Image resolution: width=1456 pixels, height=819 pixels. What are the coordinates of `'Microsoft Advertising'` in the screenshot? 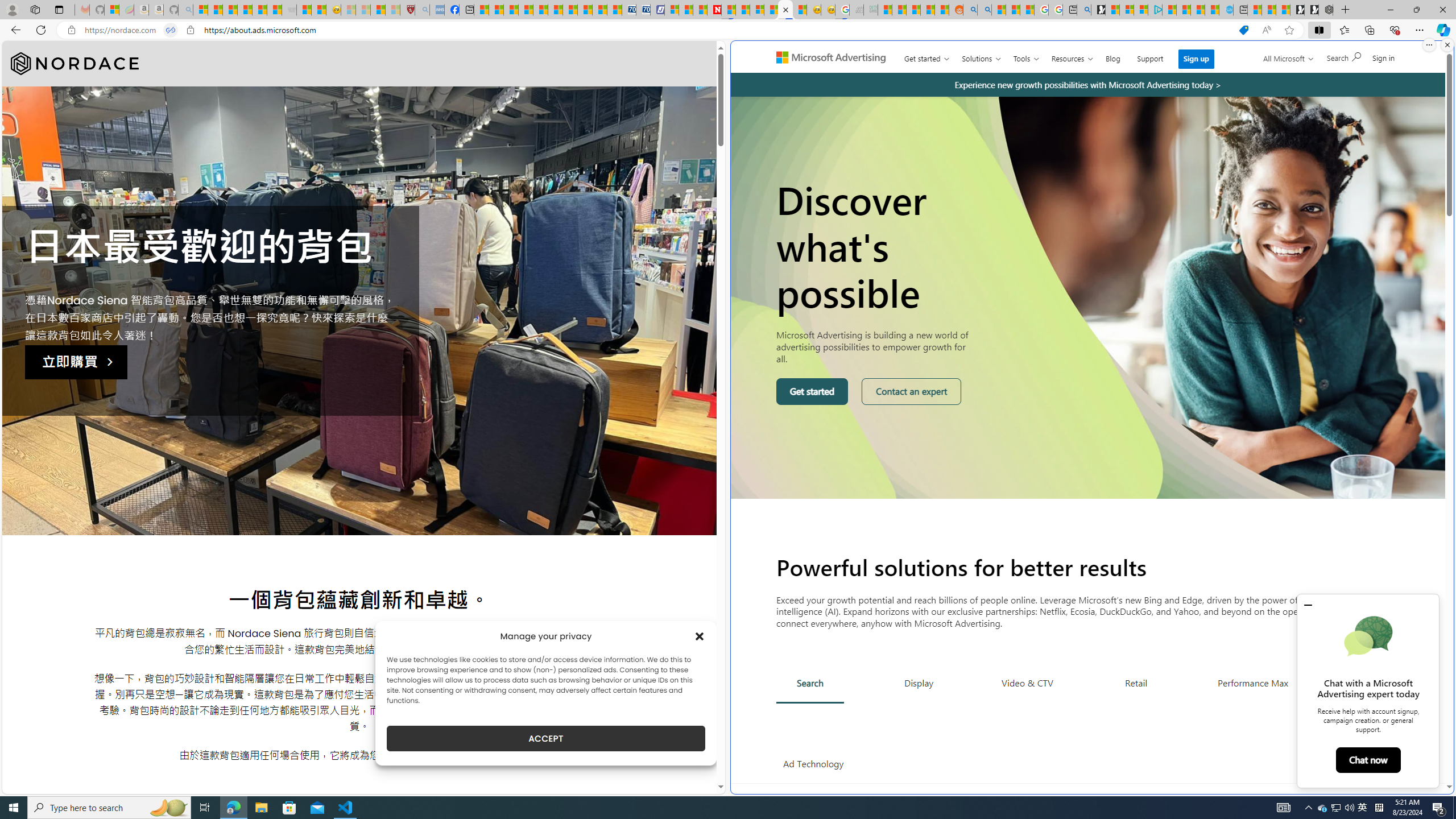 It's located at (835, 56).